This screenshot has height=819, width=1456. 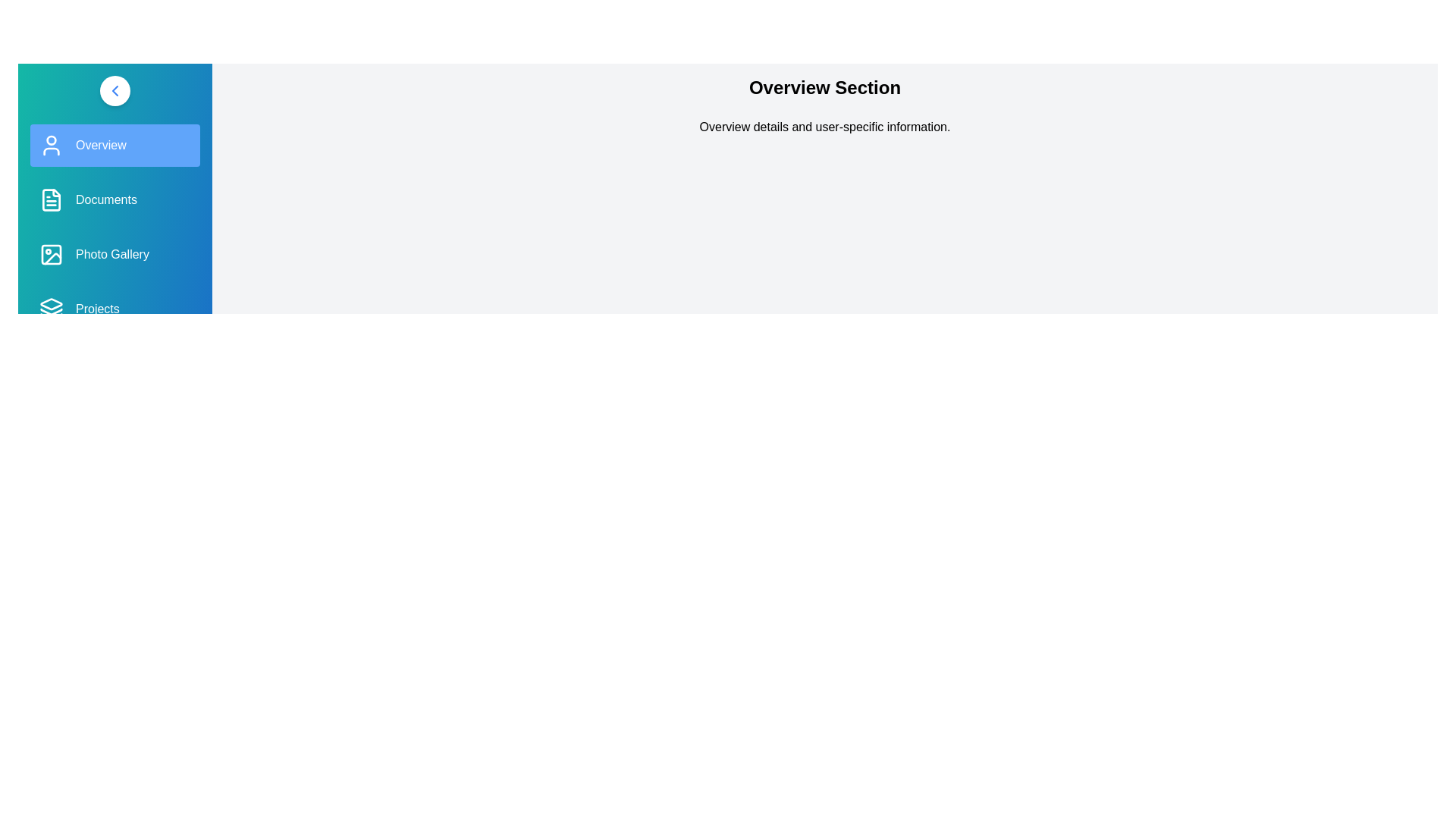 What do you see at coordinates (115, 199) in the screenshot?
I see `the navigation item Documents from the list` at bounding box center [115, 199].